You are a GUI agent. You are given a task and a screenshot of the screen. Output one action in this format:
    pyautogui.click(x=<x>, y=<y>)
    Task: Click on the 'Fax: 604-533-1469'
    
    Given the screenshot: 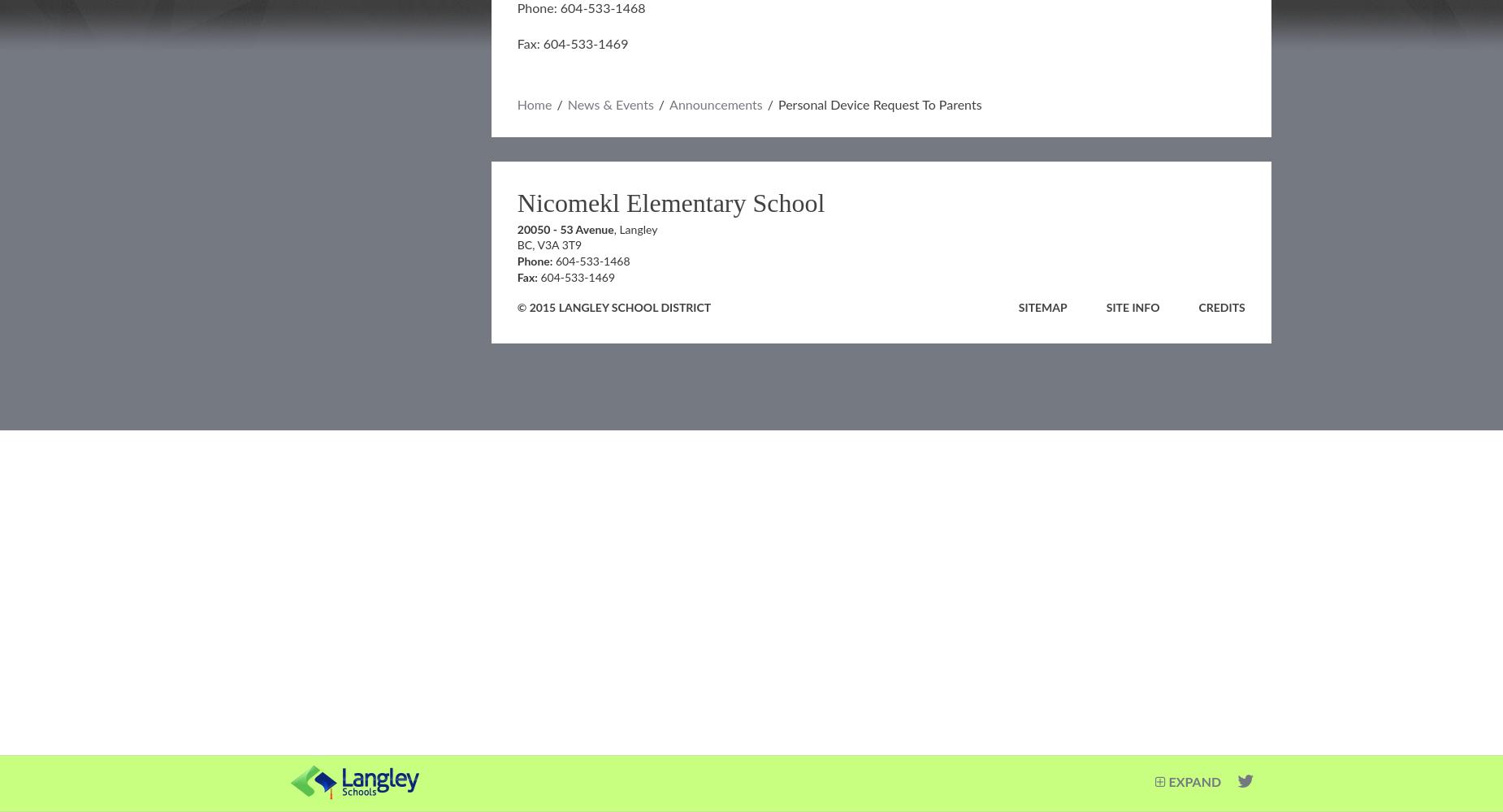 What is the action you would take?
    pyautogui.click(x=572, y=45)
    